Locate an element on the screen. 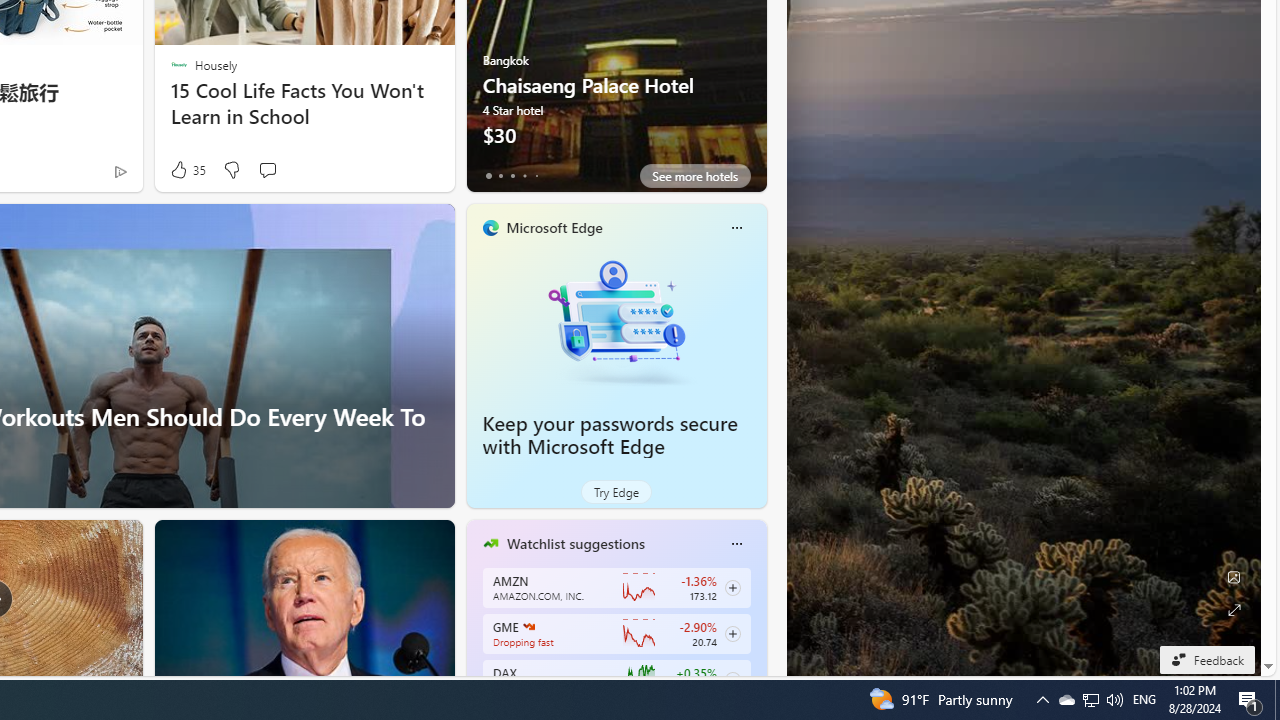 Image resolution: width=1280 pixels, height=720 pixels. 'tab-1' is located at coordinates (500, 175).